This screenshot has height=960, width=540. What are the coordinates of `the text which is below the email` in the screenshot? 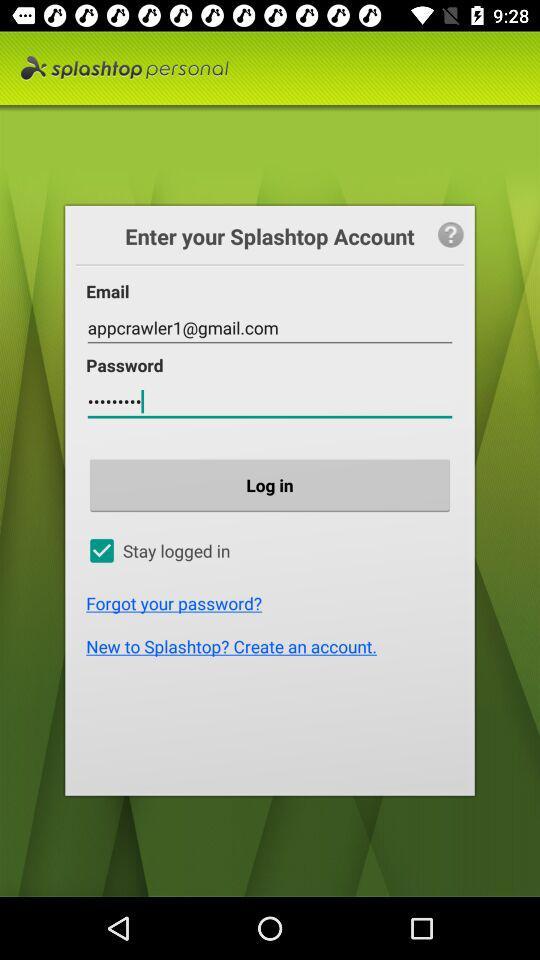 It's located at (270, 328).